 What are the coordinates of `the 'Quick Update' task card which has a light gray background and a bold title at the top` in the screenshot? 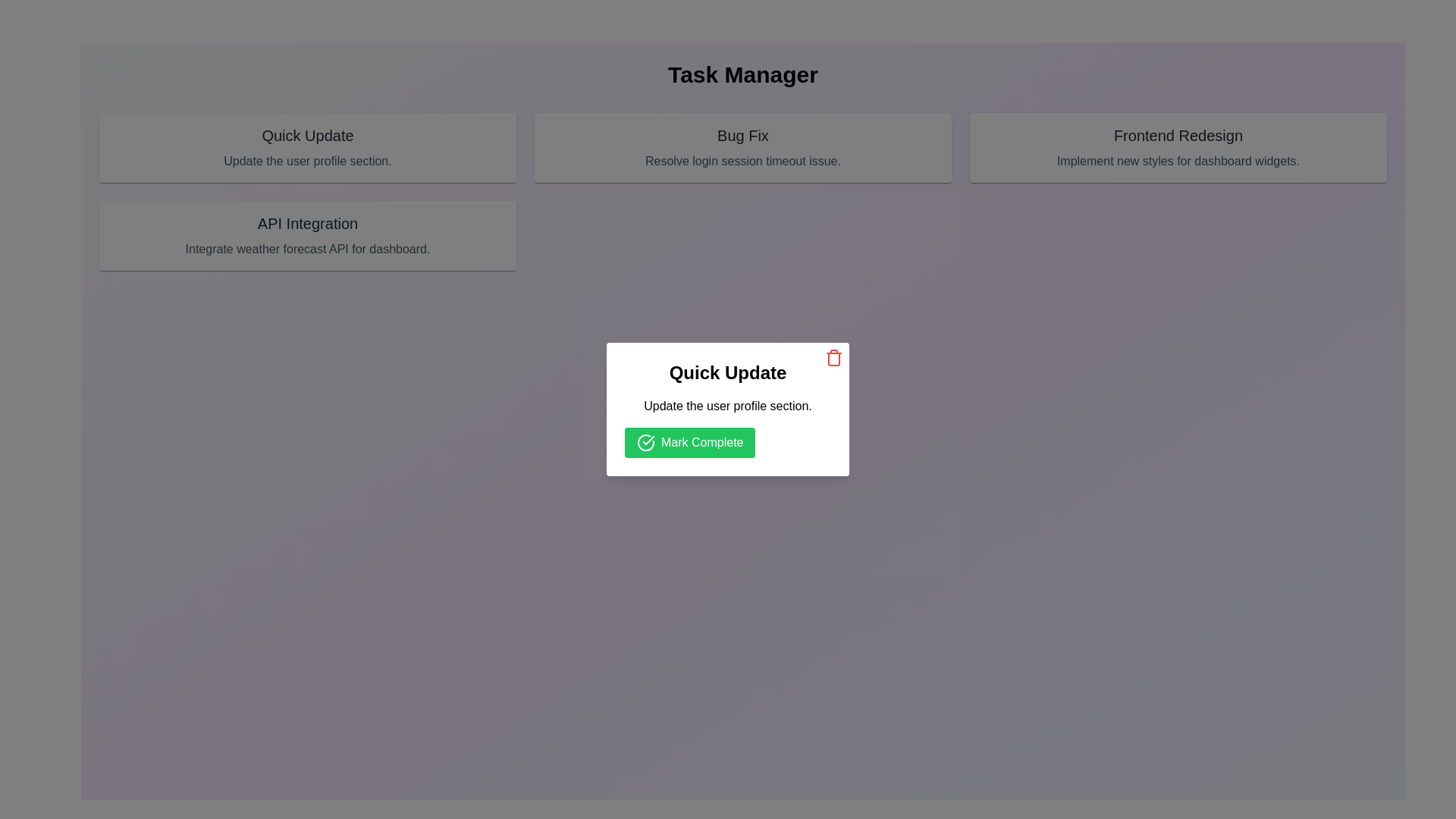 It's located at (307, 148).